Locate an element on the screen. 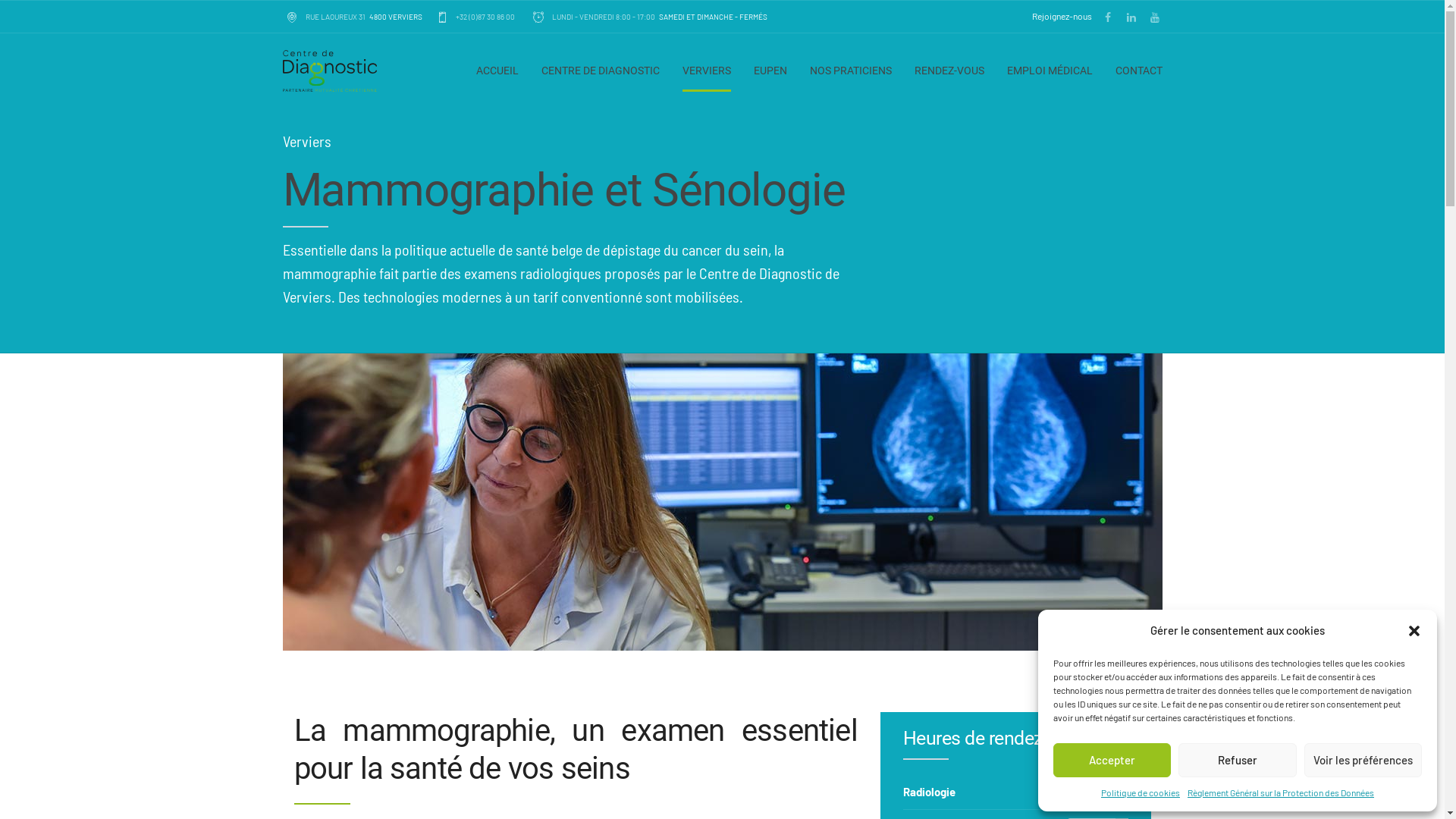 The width and height of the screenshot is (1456, 819). 'VERVIERS' is located at coordinates (705, 71).